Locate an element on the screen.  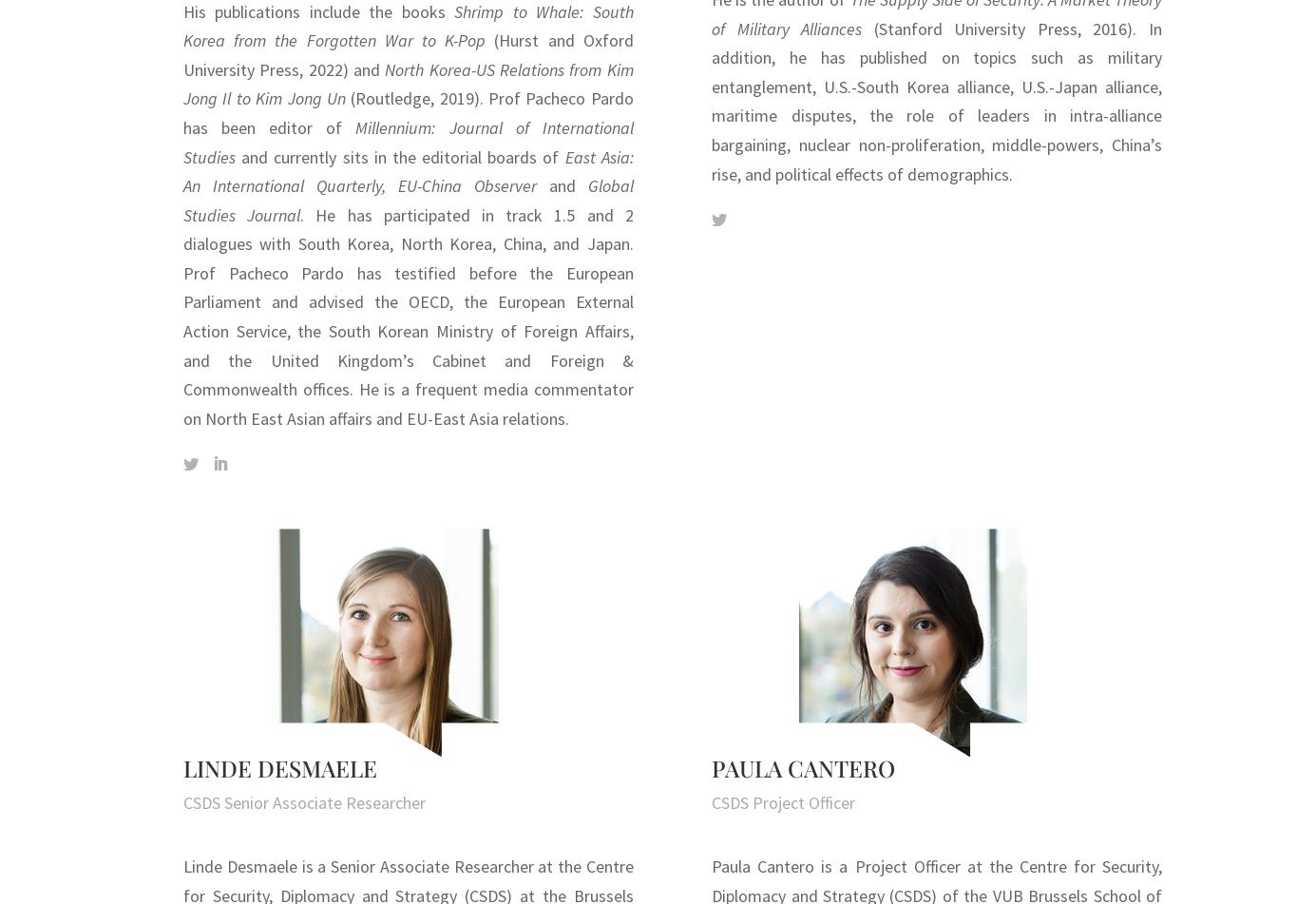
'and currently sits in the editorial boards of' is located at coordinates (235, 156).